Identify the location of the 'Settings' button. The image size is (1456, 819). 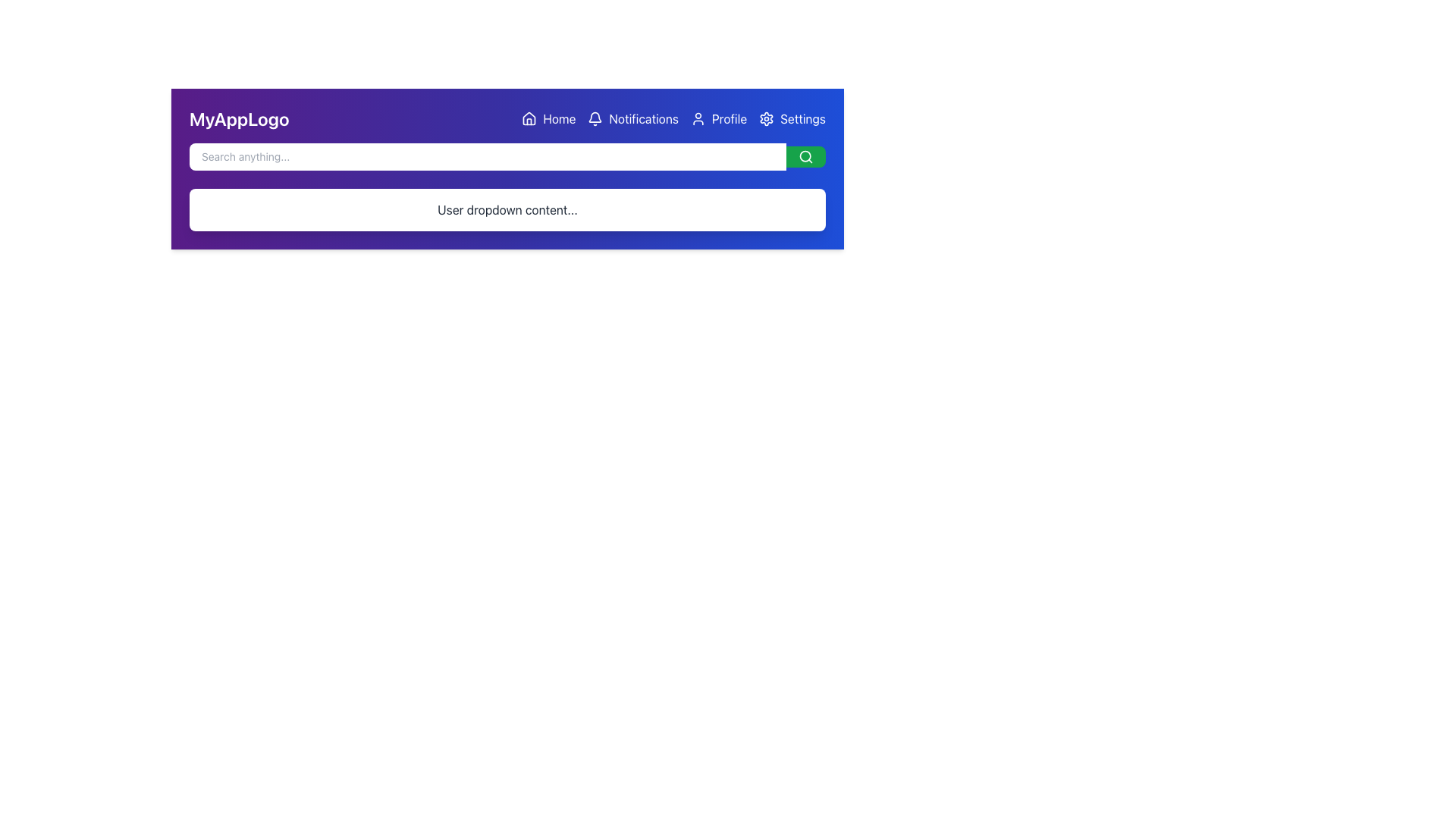
(792, 118).